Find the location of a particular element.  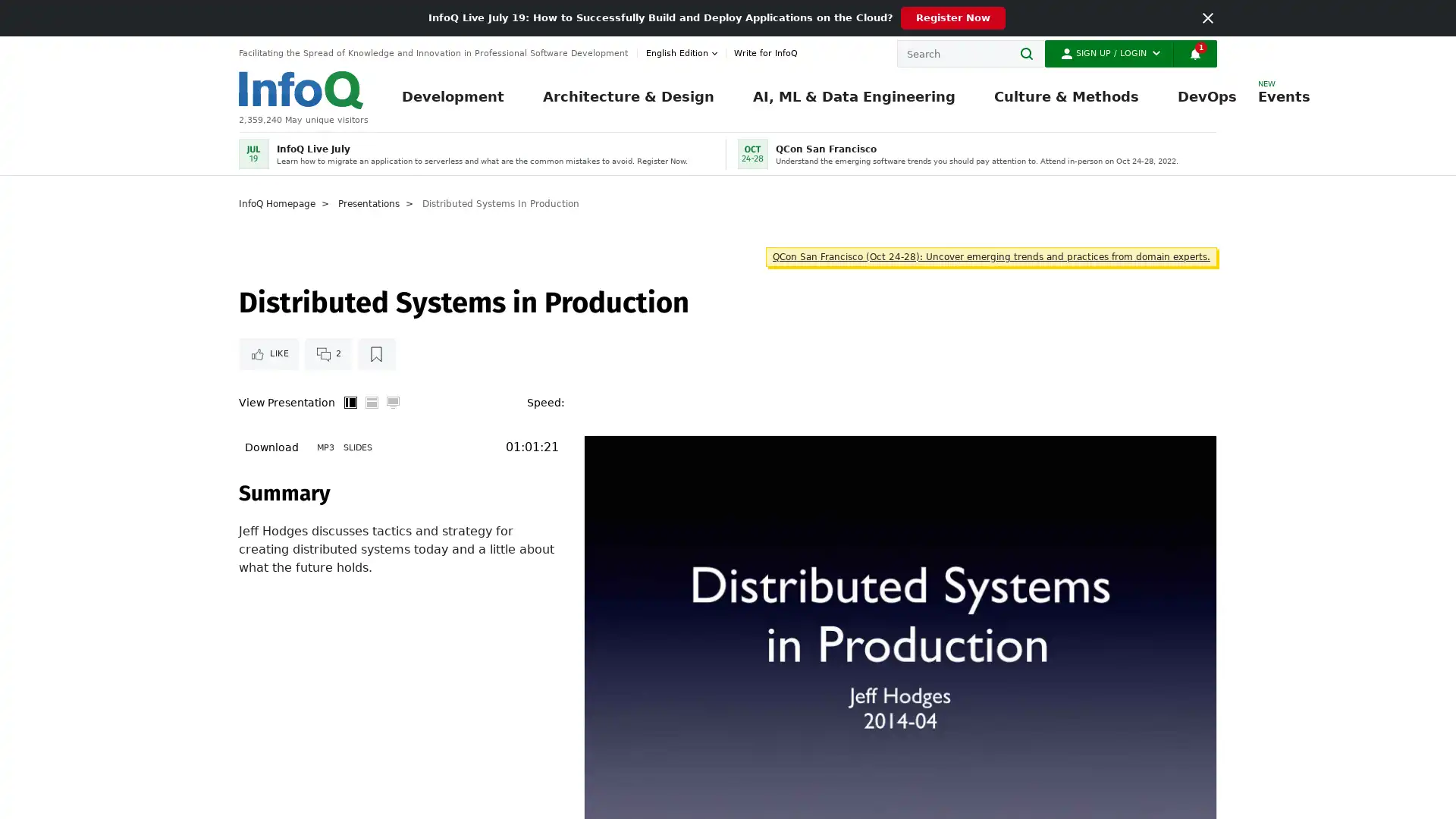

Write for InfoQ is located at coordinates (761, 52).